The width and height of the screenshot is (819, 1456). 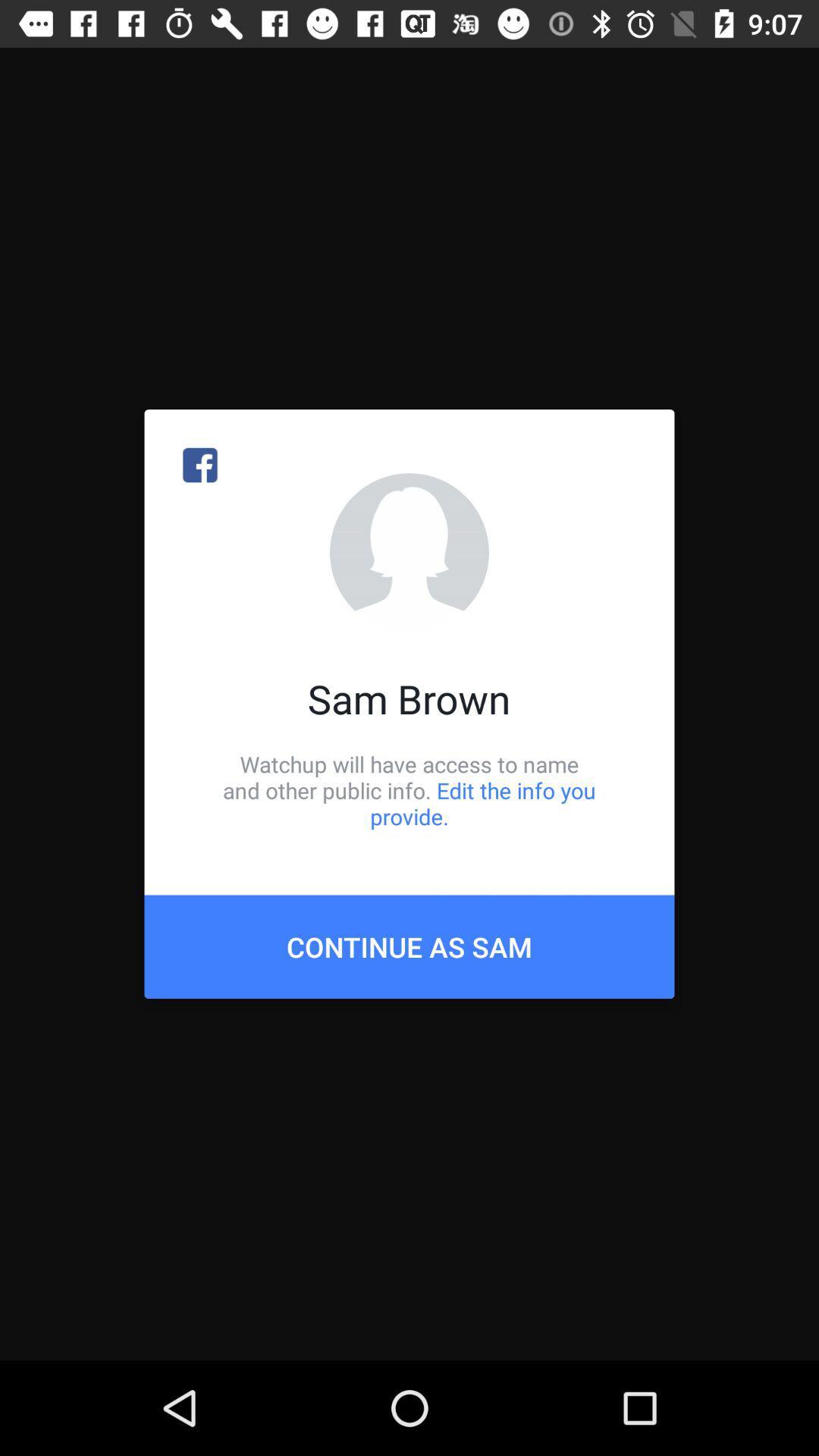 What do you see at coordinates (409, 789) in the screenshot?
I see `the item below sam brown icon` at bounding box center [409, 789].